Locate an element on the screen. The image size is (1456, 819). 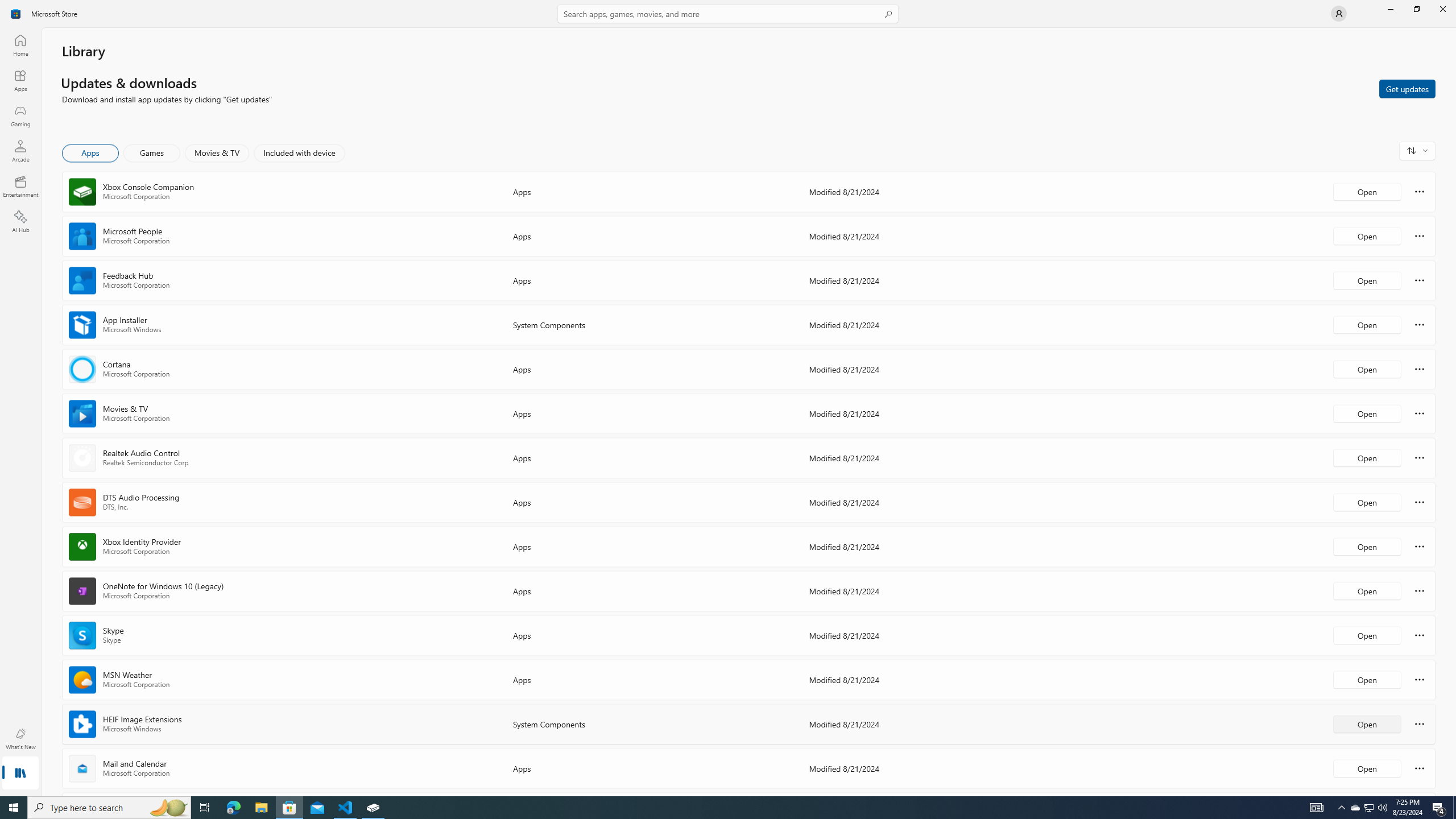
'Minimize Microsoft Store' is located at coordinates (1389, 9).